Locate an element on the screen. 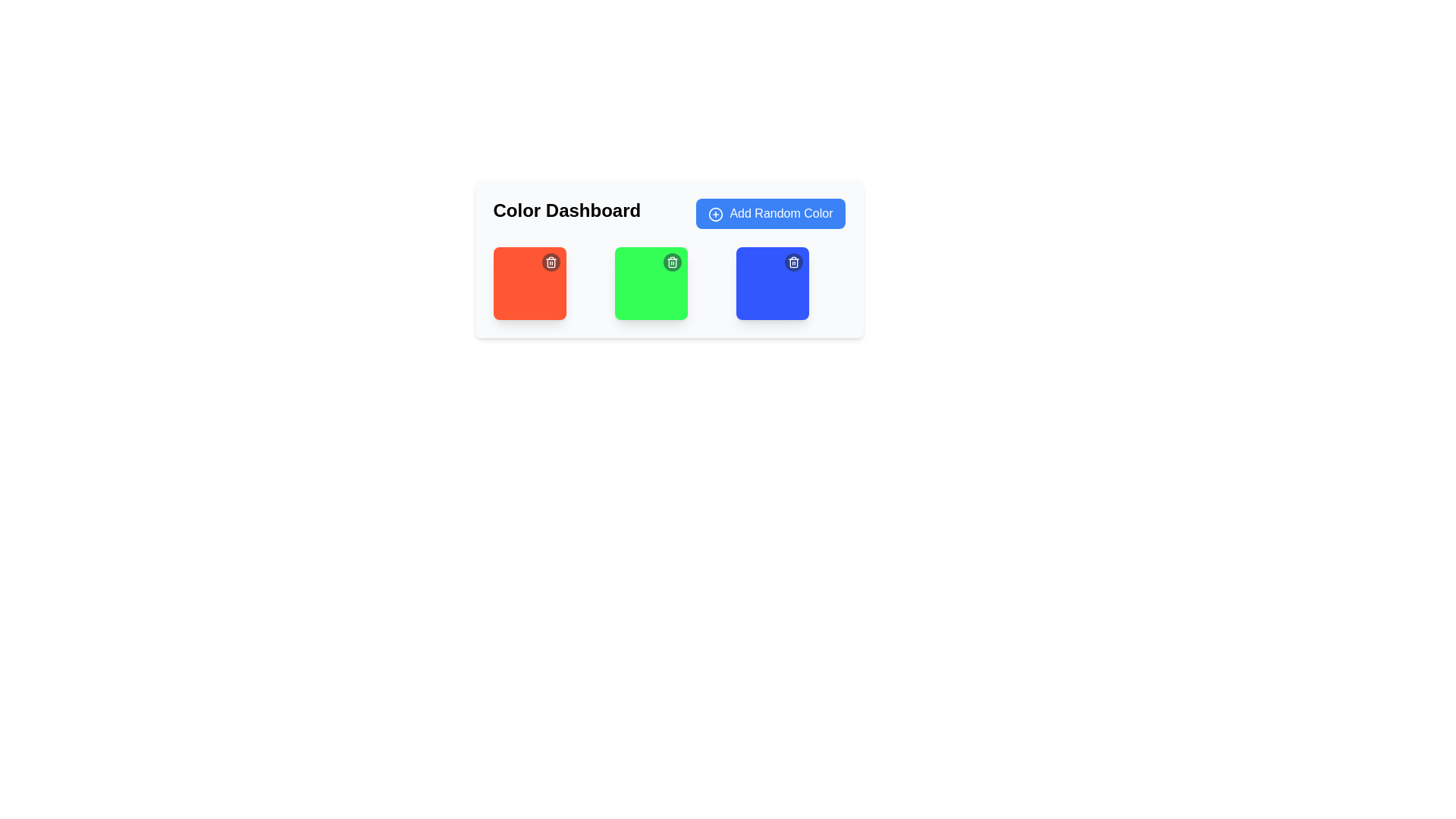  the circular delete button located at the top-right corner of the blue card with a trash can icon is located at coordinates (792, 262).